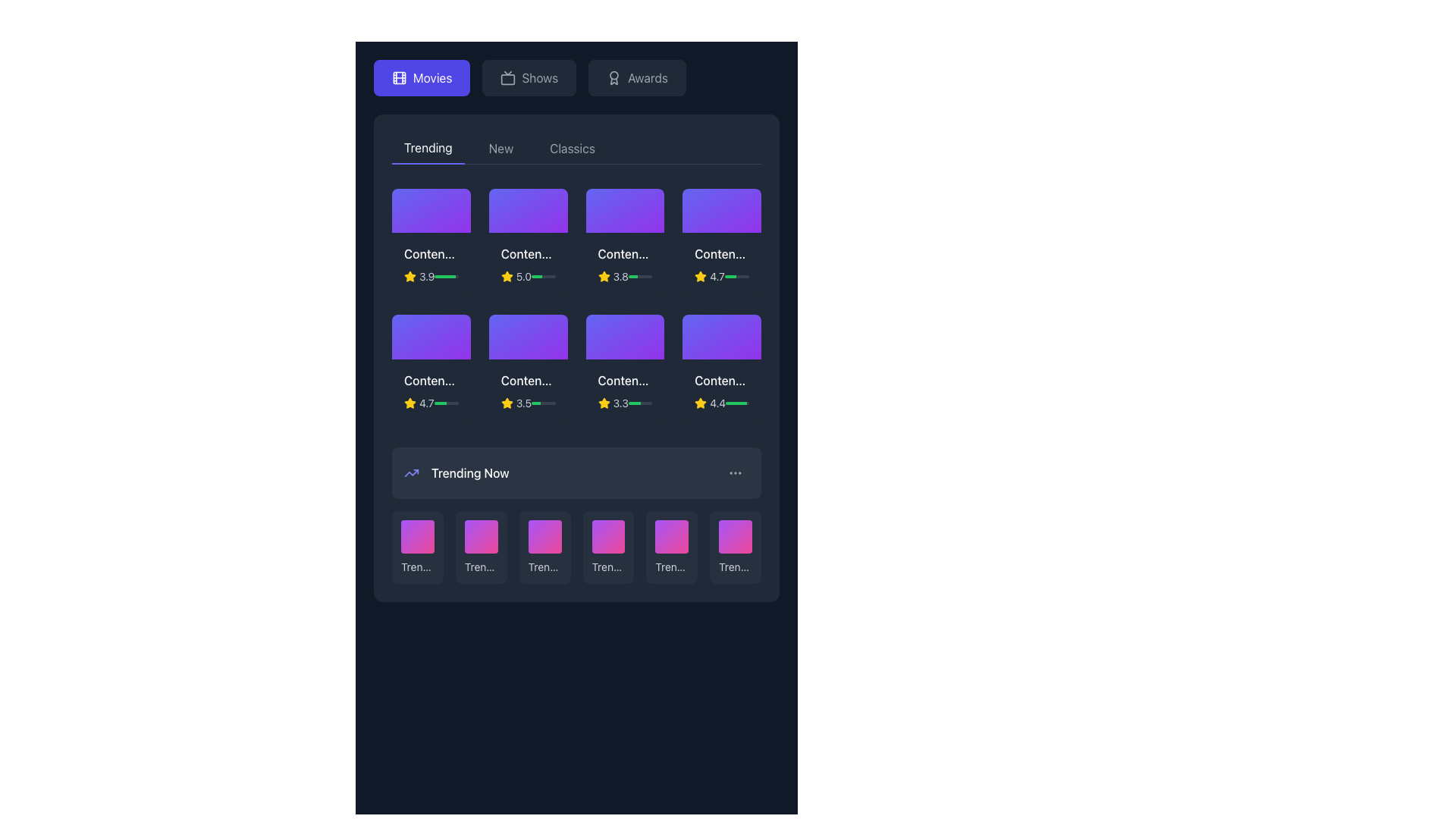 The width and height of the screenshot is (1456, 819). What do you see at coordinates (576, 78) in the screenshot?
I see `the second button labeled 'Shows' in the row of buttons for selecting the Shows category` at bounding box center [576, 78].